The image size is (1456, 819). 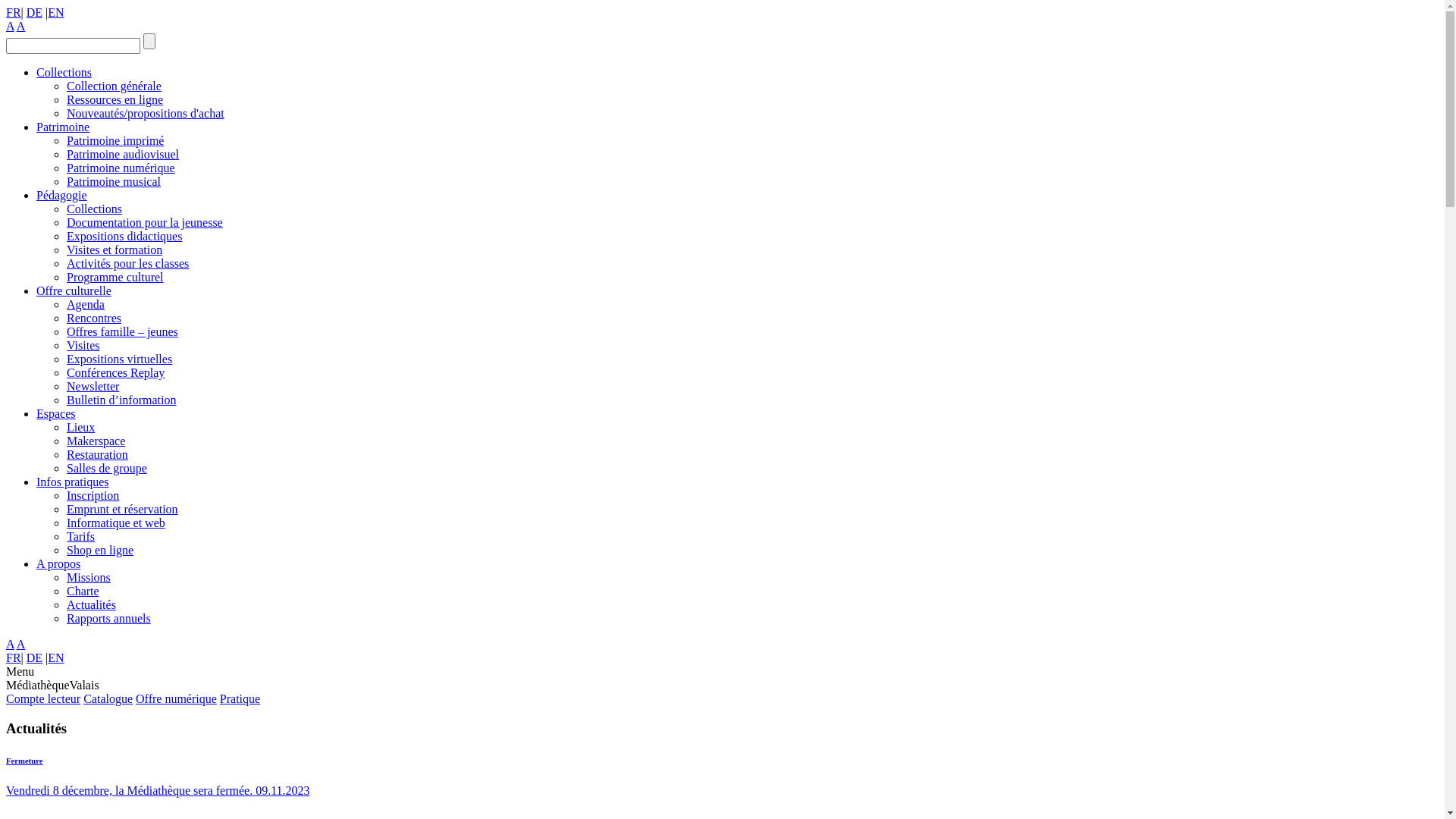 I want to click on 'FR', so click(x=14, y=657).